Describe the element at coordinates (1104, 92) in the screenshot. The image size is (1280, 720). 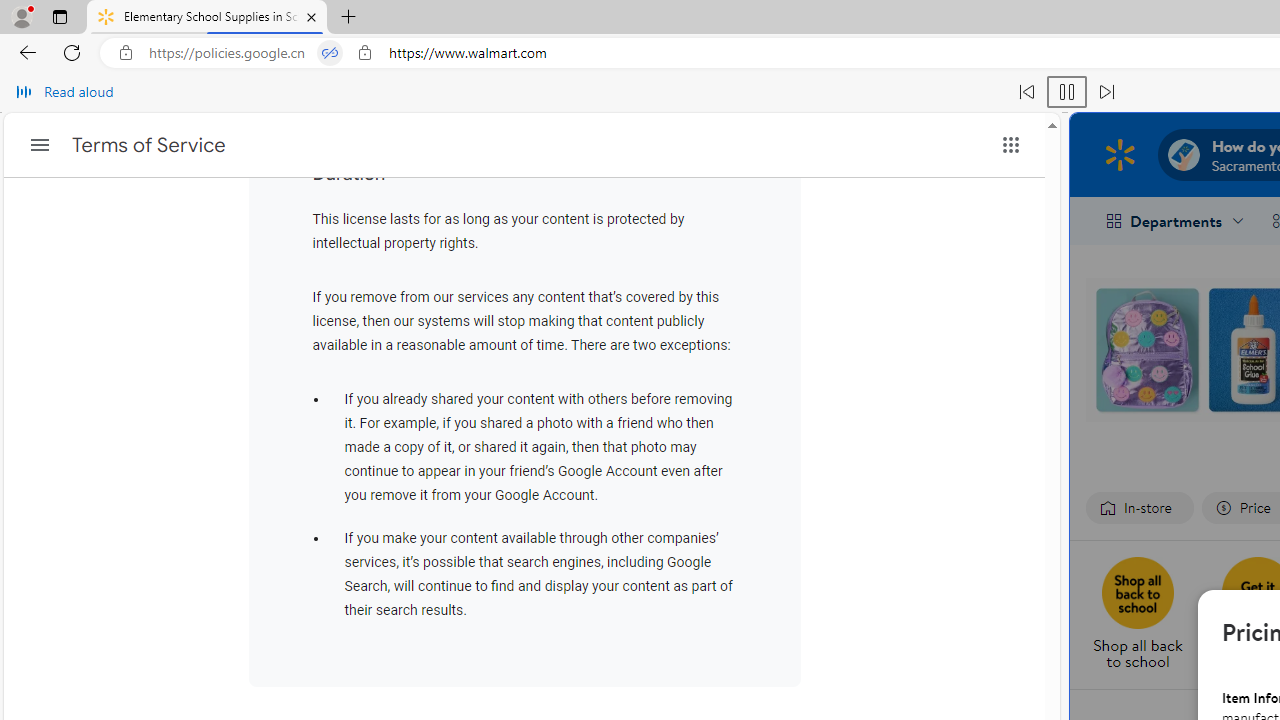
I see `'Read next paragraph'` at that location.